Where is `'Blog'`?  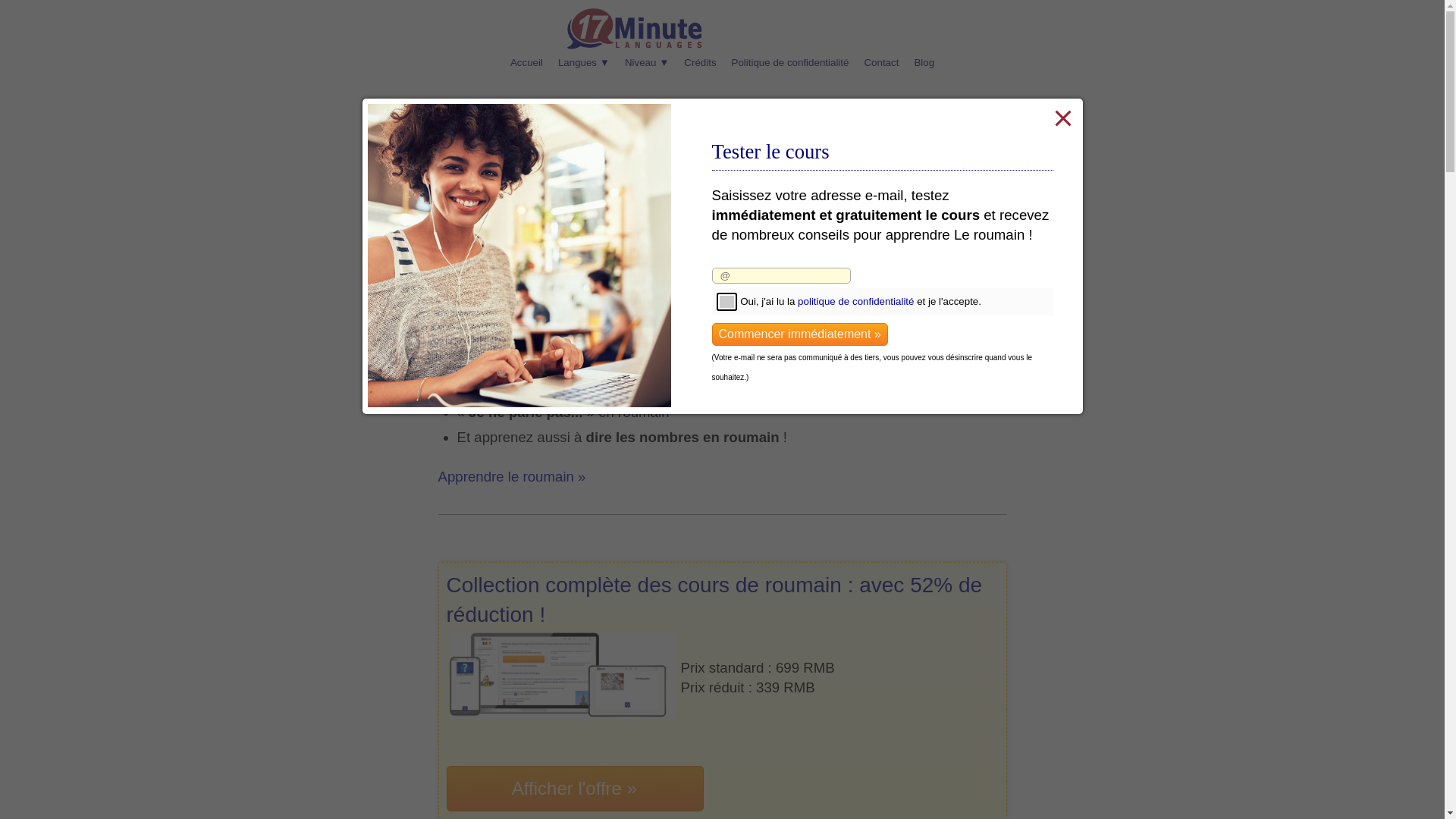
'Blog' is located at coordinates (906, 62).